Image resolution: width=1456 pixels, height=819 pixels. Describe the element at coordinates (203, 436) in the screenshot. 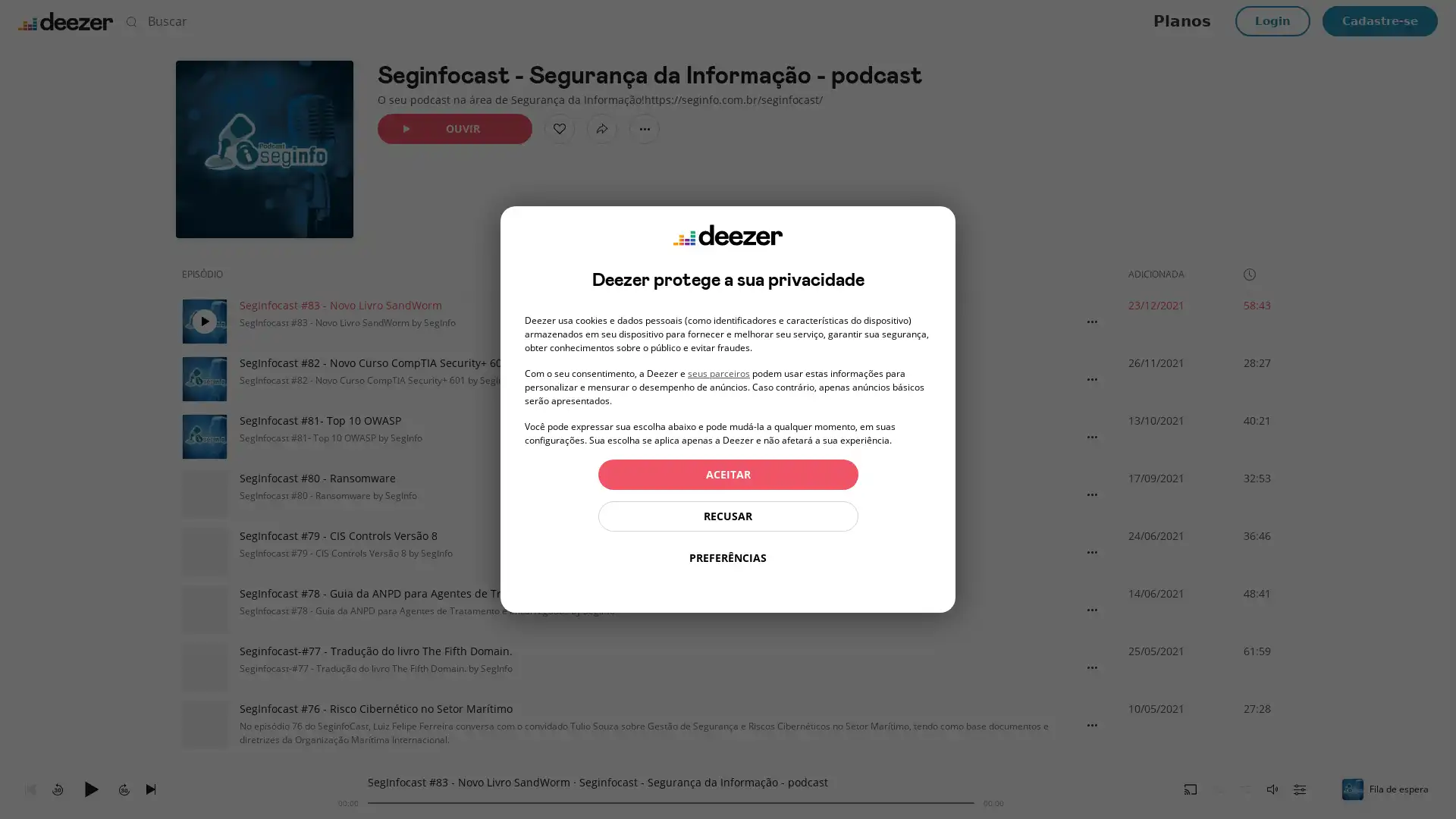

I see `Tocar SegInfocast #81- Top 10 OWASP por Seginfocast - Seguranca da Informacao - podcast` at that location.